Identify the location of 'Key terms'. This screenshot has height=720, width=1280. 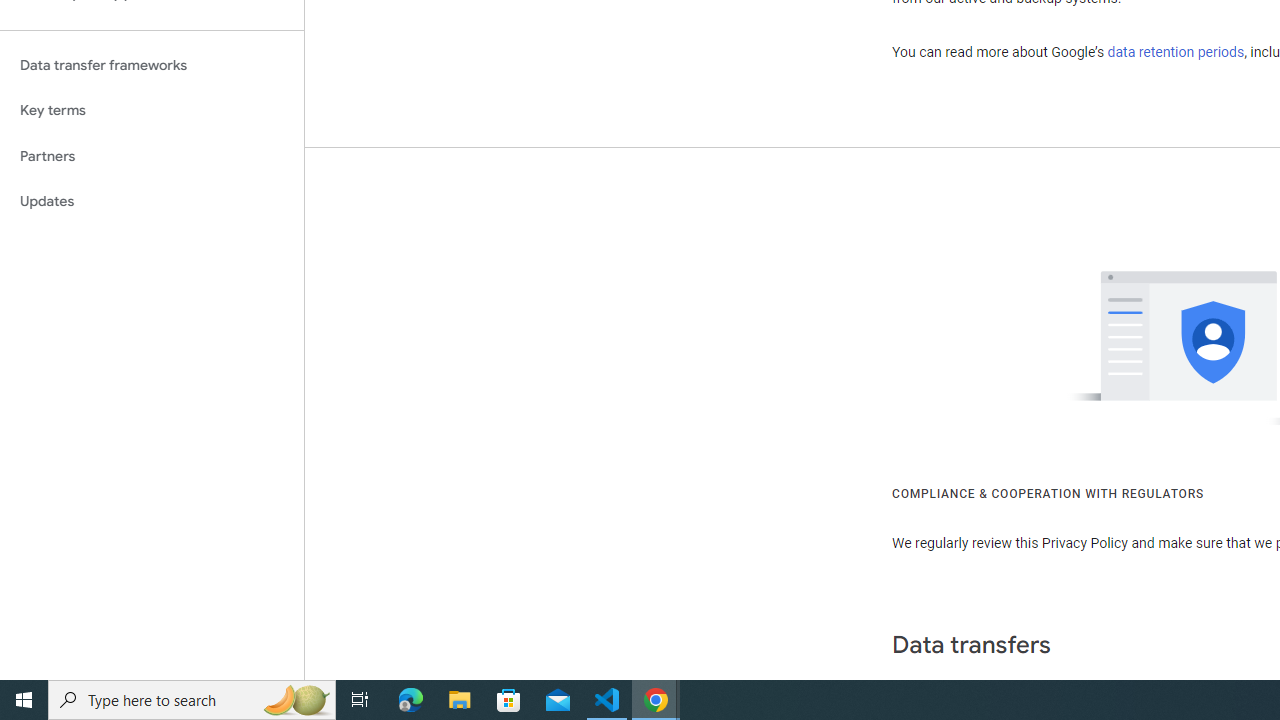
(151, 110).